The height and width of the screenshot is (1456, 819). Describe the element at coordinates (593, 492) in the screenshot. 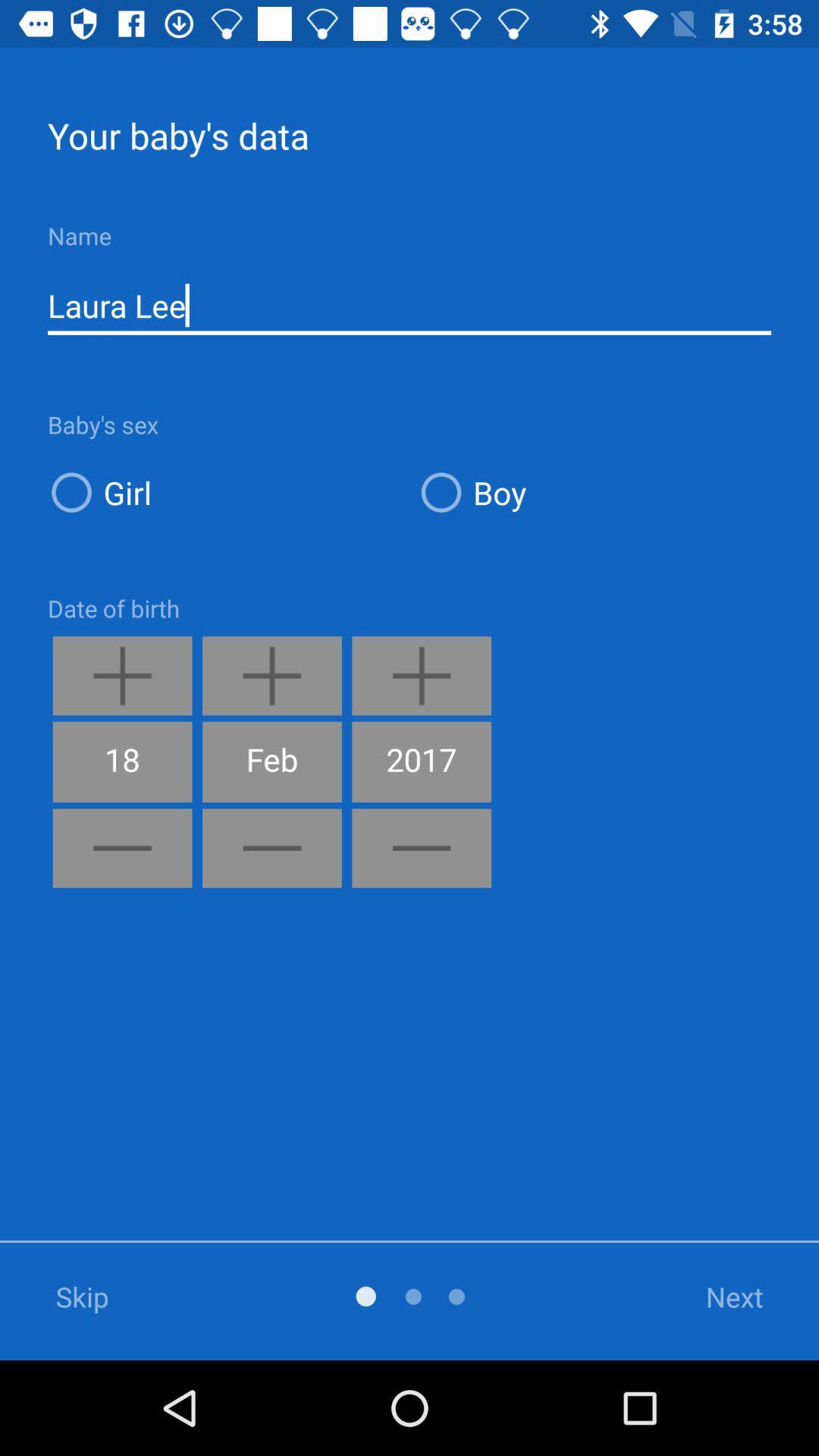

I see `the boy icon` at that location.